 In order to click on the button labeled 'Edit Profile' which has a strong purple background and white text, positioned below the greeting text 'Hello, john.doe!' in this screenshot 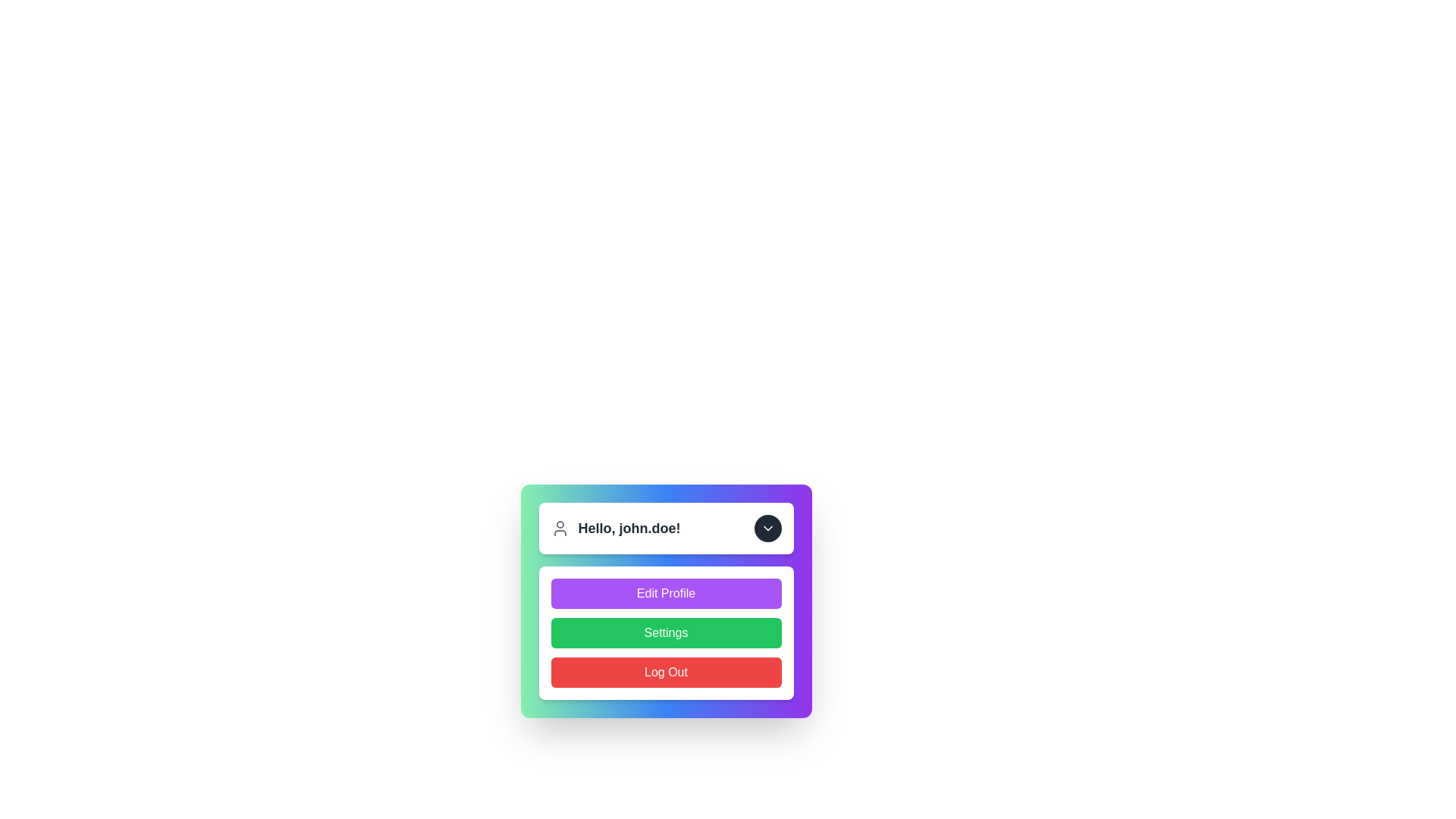, I will do `click(666, 601)`.